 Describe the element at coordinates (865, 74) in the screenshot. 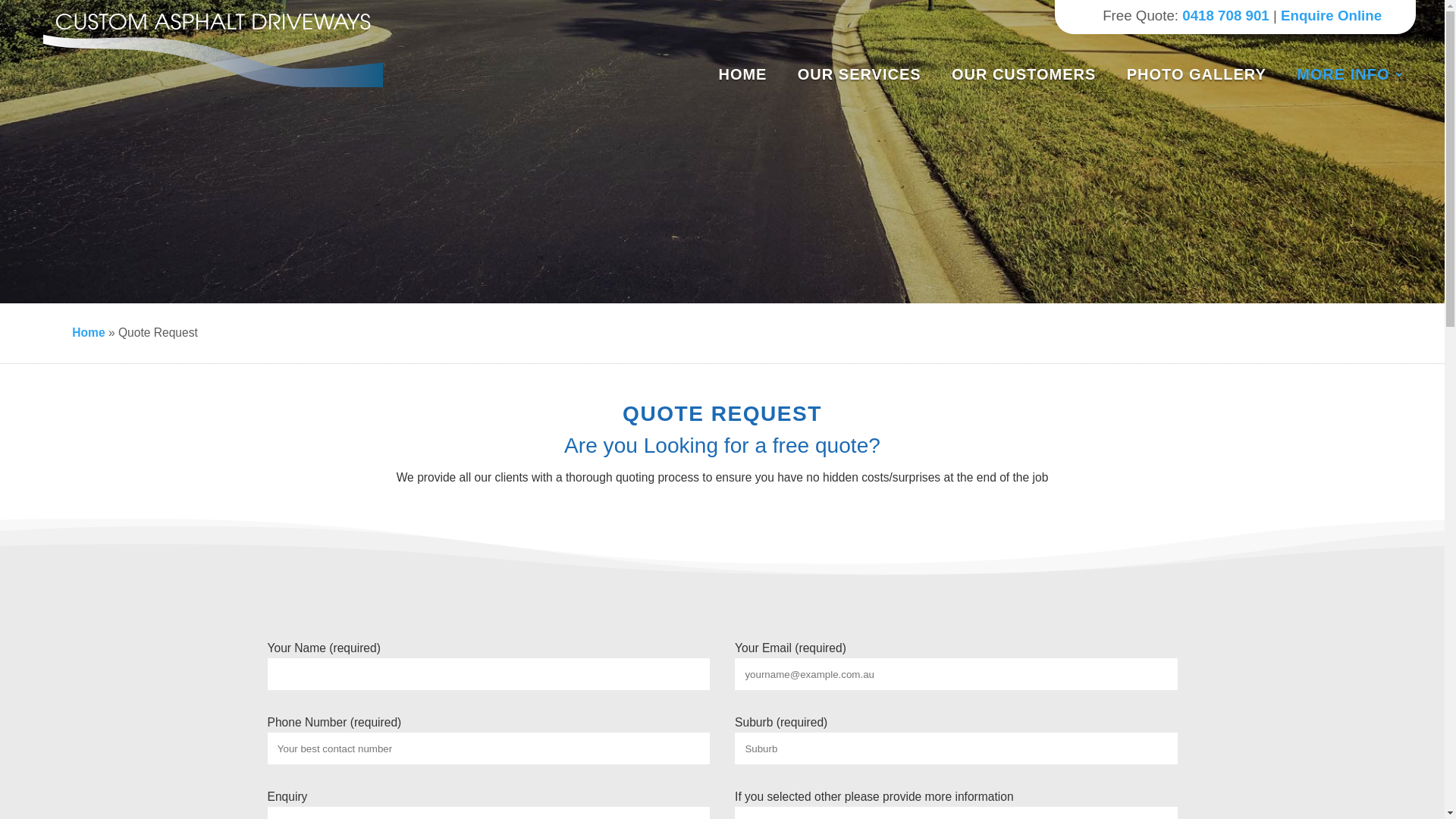

I see `'OUR SERVICES'` at that location.